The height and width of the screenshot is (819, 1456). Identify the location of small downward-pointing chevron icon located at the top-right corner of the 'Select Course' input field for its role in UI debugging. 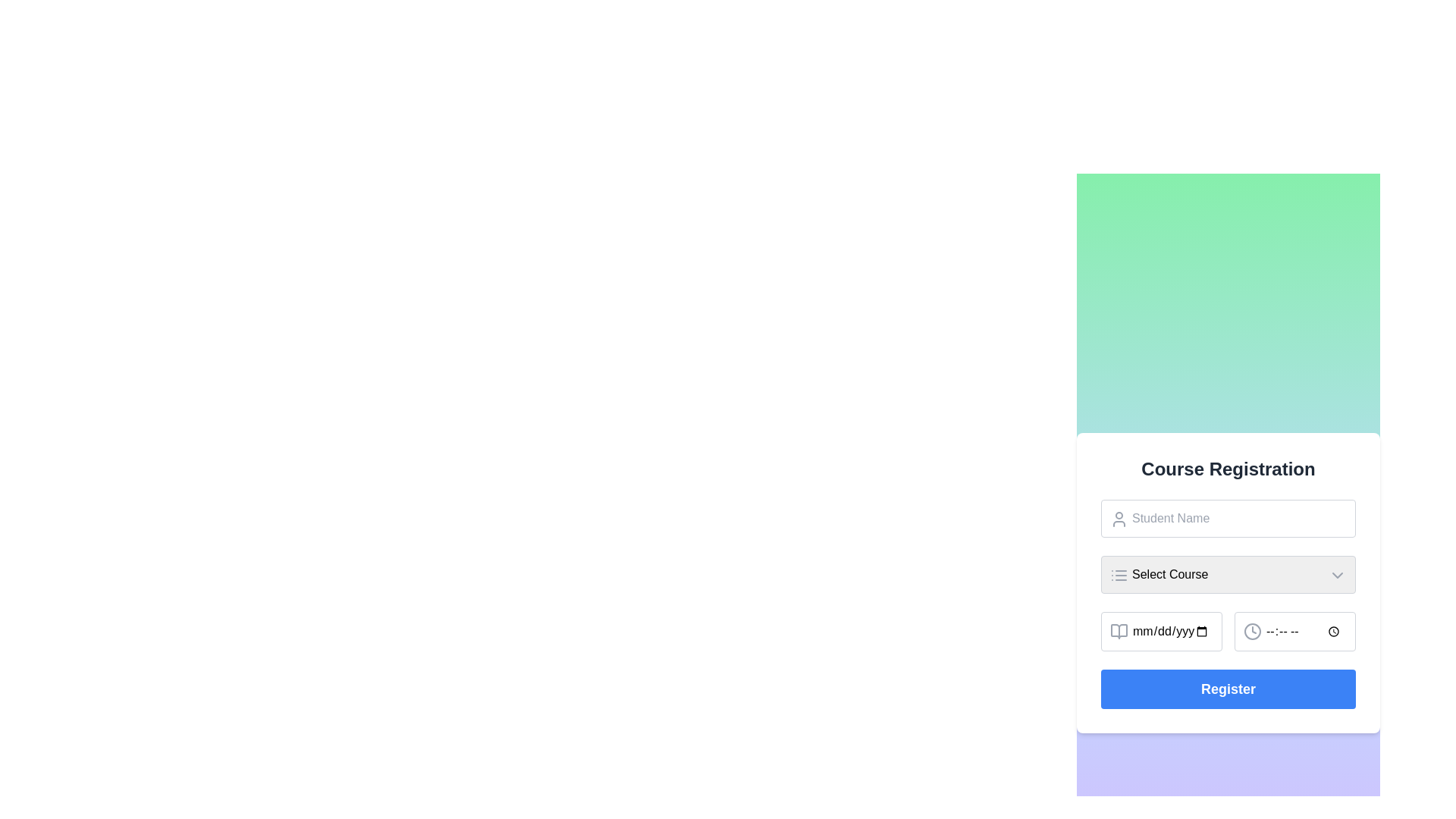
(1337, 576).